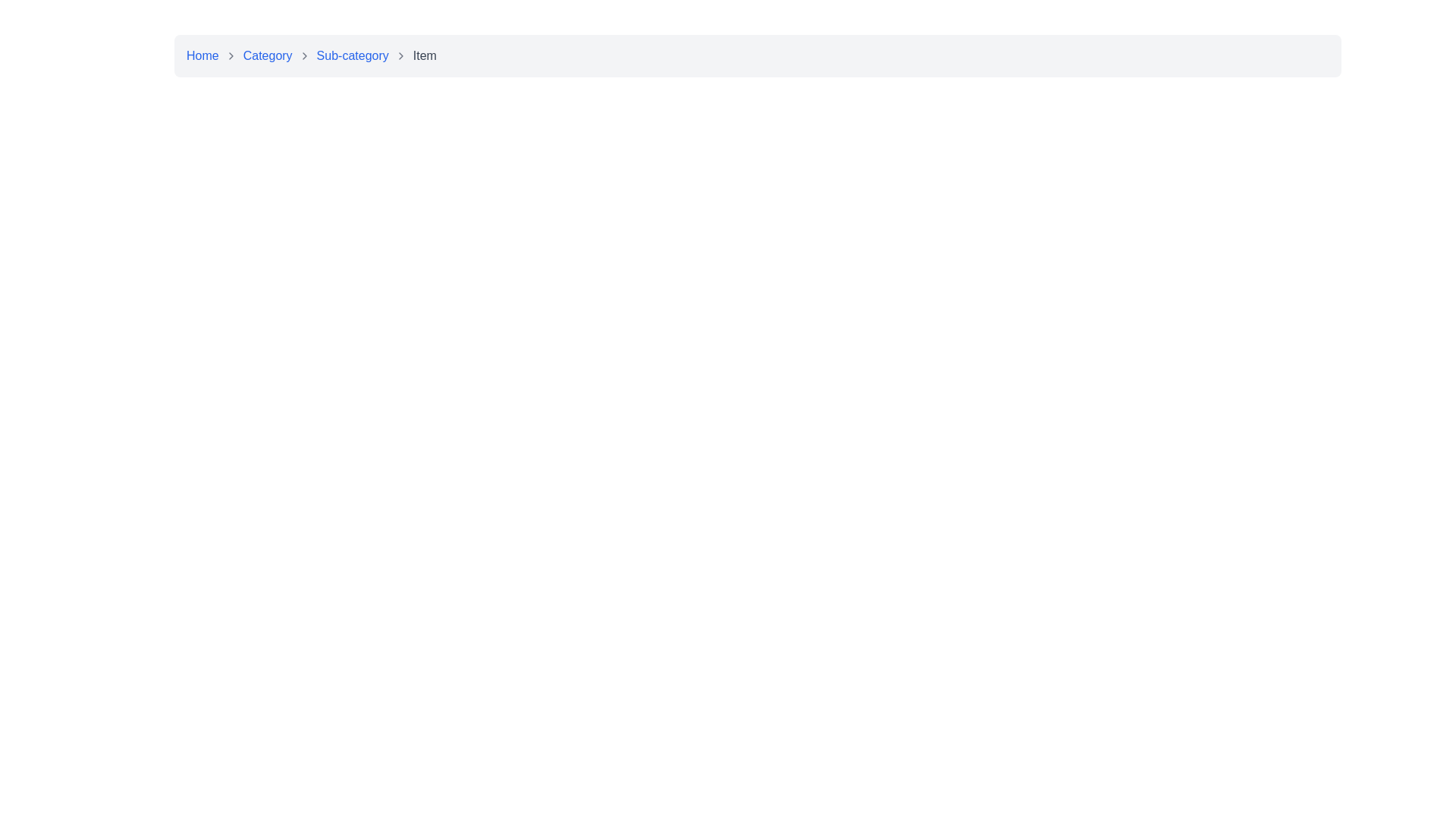 The height and width of the screenshot is (819, 1456). What do you see at coordinates (400, 55) in the screenshot?
I see `the right-facing chevron icon in the breadcrumb navigation bar, located between 'Sub-category' and 'Item'` at bounding box center [400, 55].